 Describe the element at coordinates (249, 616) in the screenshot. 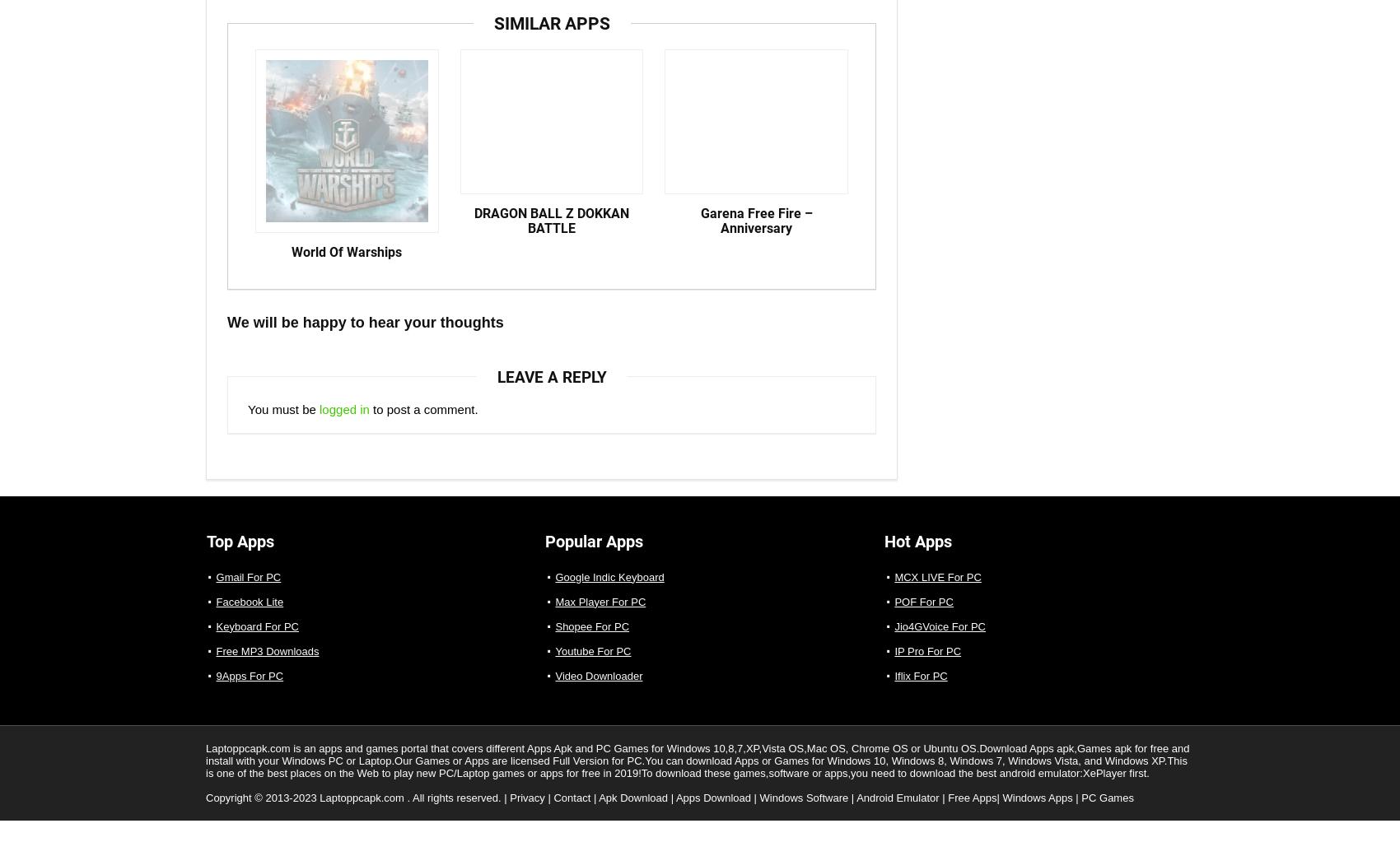

I see `'Facebook Lite'` at that location.